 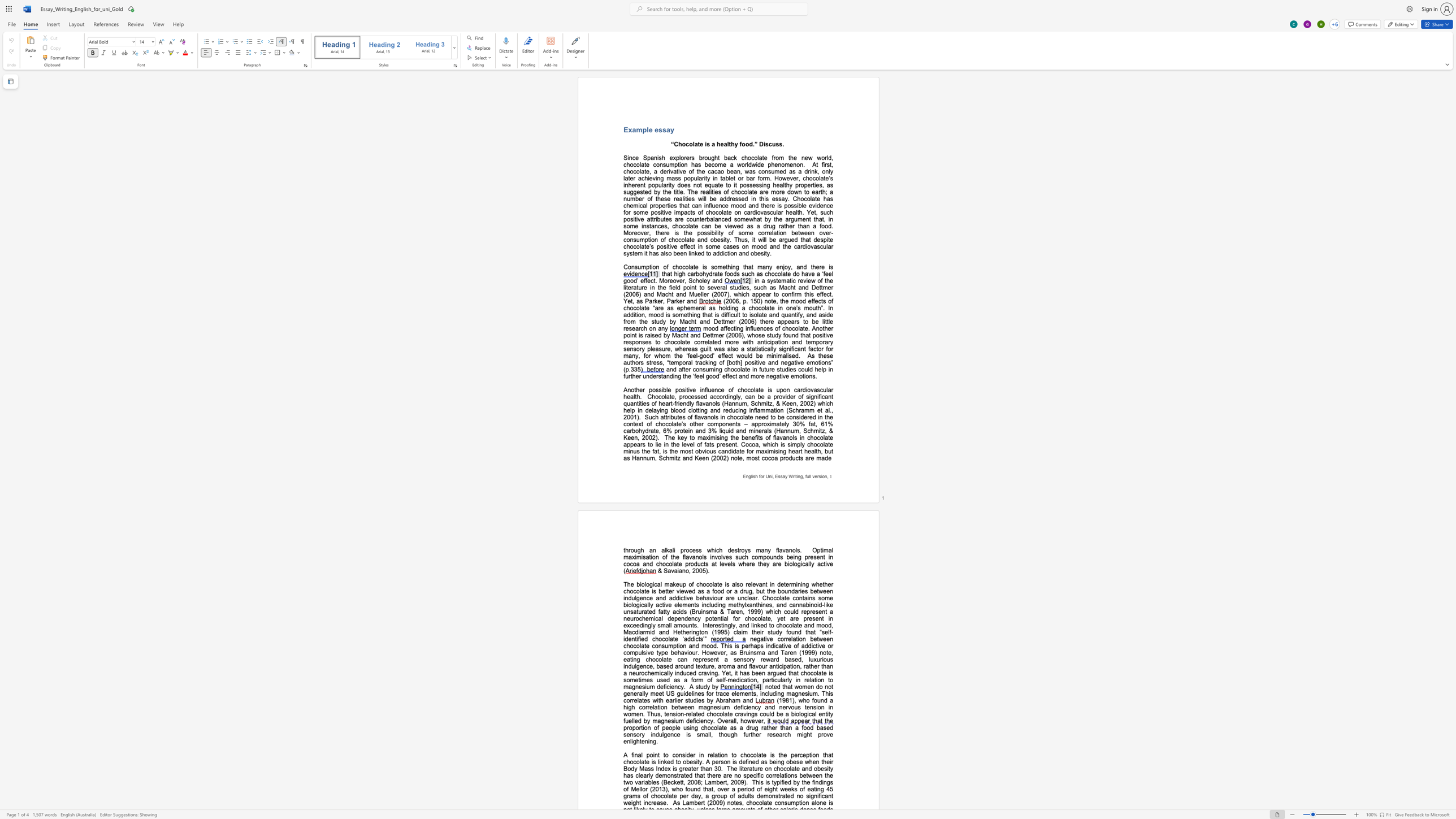 I want to click on the space between the continuous character "l" and "a" in the text, so click(x=694, y=144).